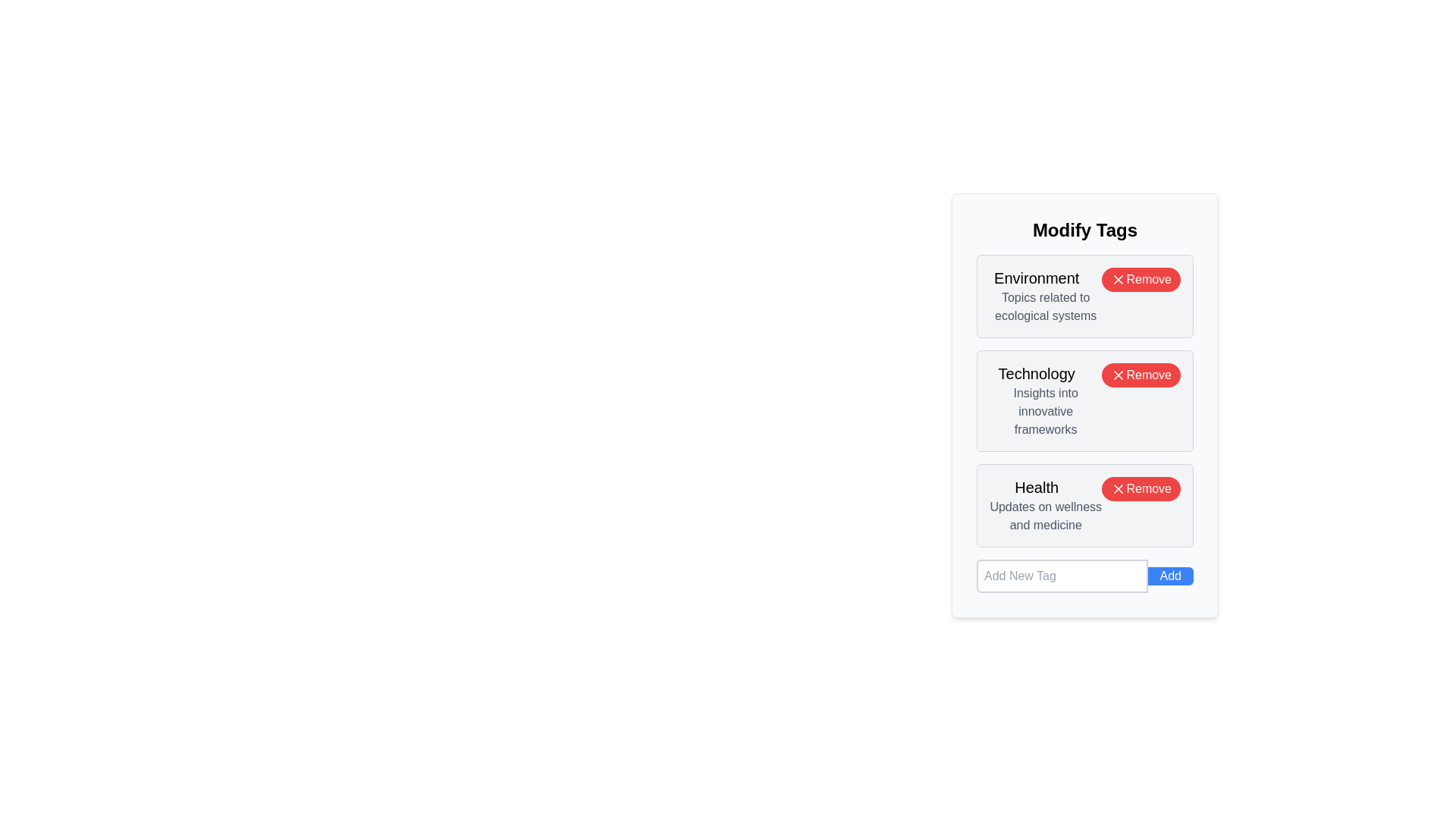 The height and width of the screenshot is (819, 1456). What do you see at coordinates (1141, 488) in the screenshot?
I see `the 'Remove' button next to the tag with label Health` at bounding box center [1141, 488].